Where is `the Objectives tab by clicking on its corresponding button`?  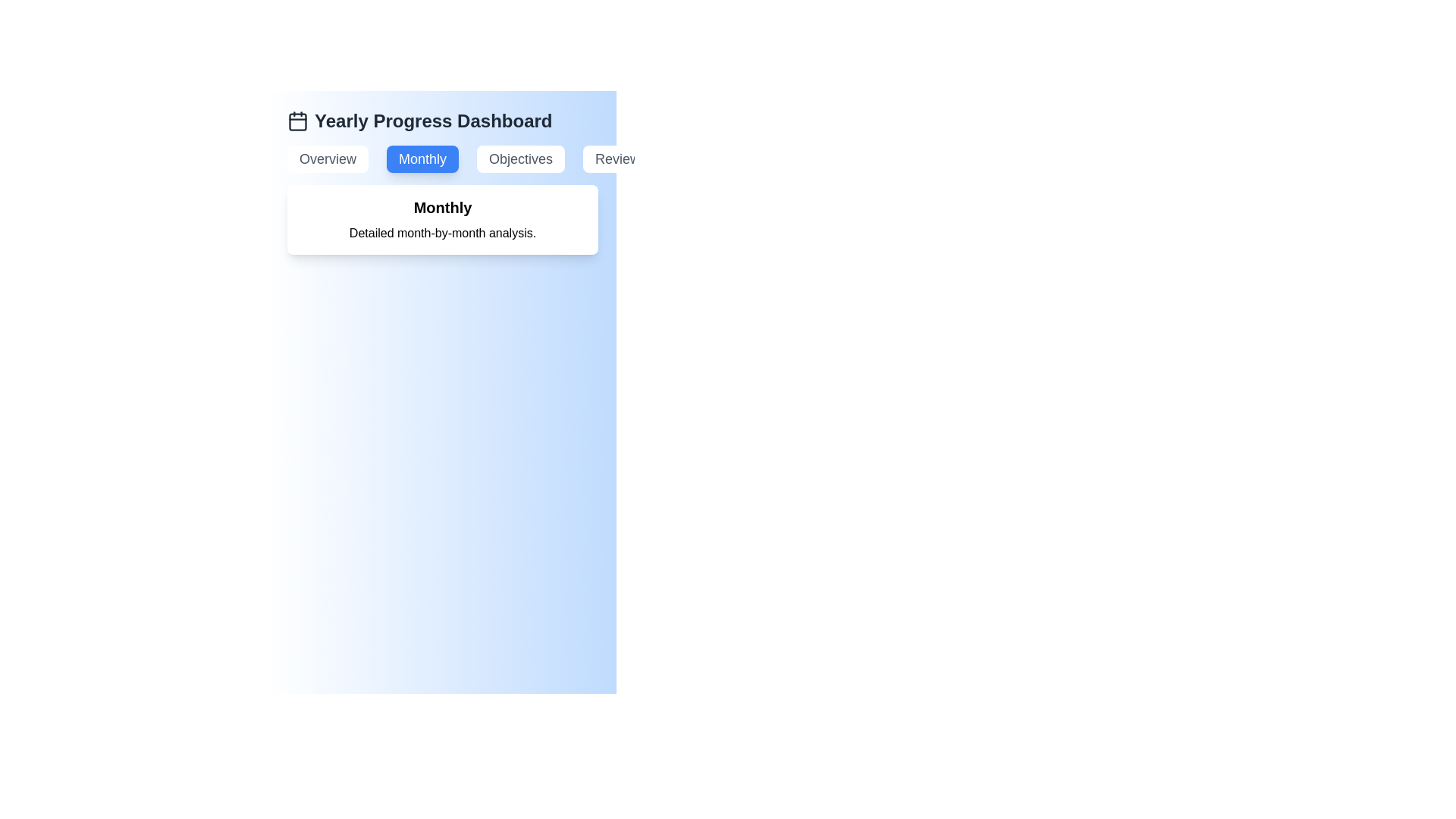 the Objectives tab by clicking on its corresponding button is located at coordinates (520, 158).